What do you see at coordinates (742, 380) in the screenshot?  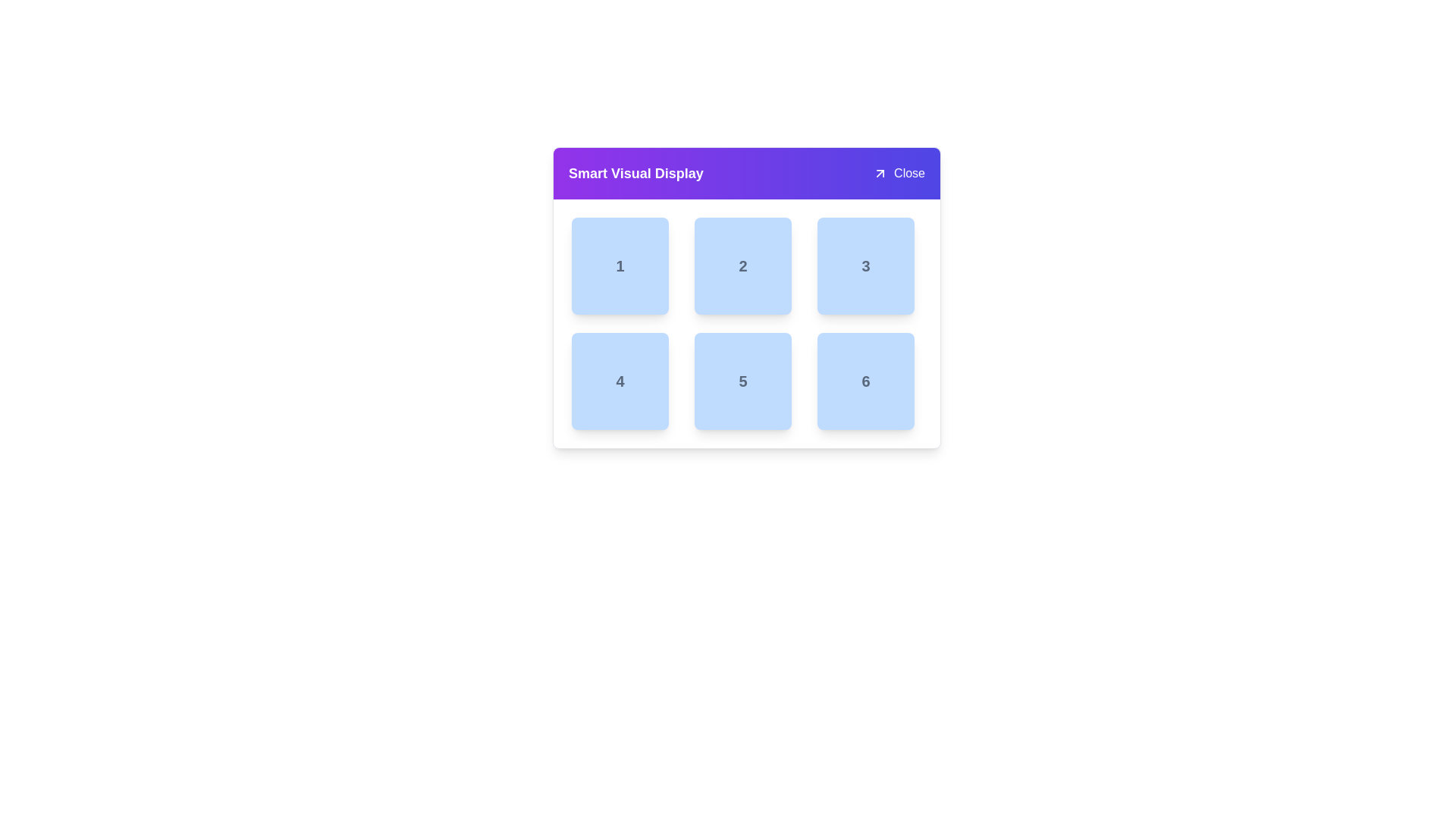 I see `value displayed in the text element that shows the number '5', located in the center of the fifth box in a grid of six boxes` at bounding box center [742, 380].